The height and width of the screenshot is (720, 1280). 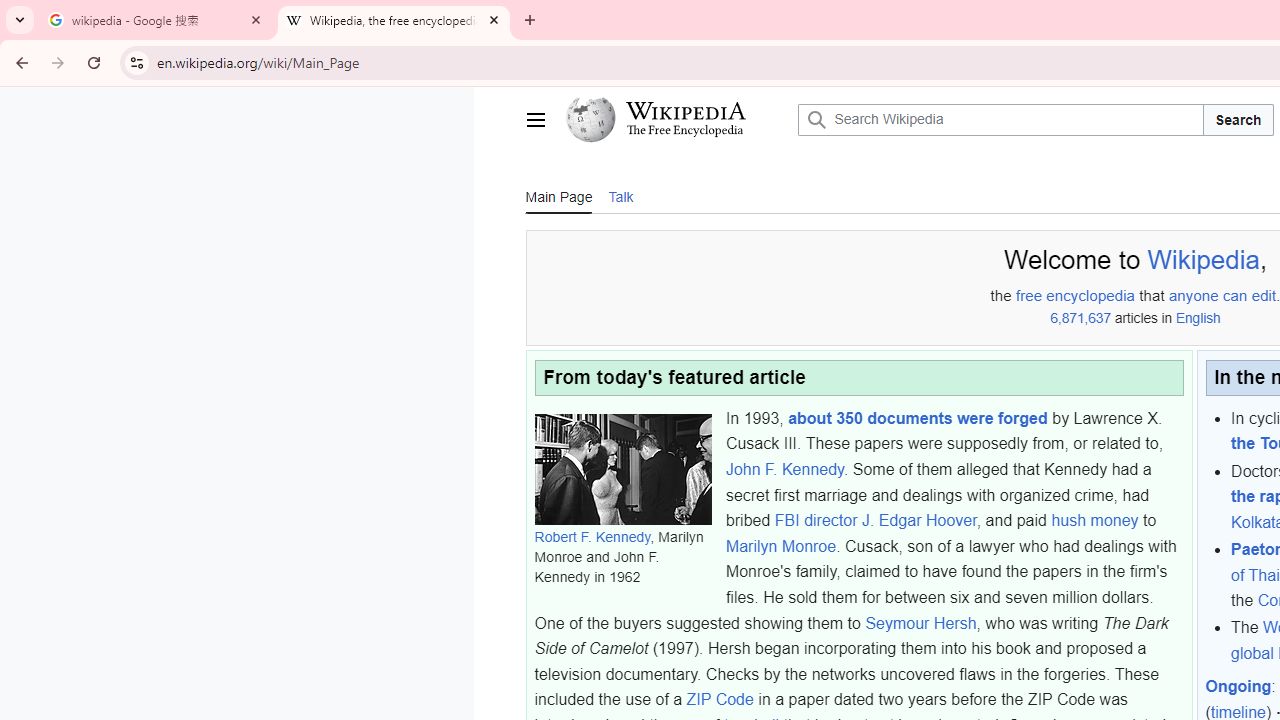 I want to click on 'Main Page', so click(x=558, y=196).